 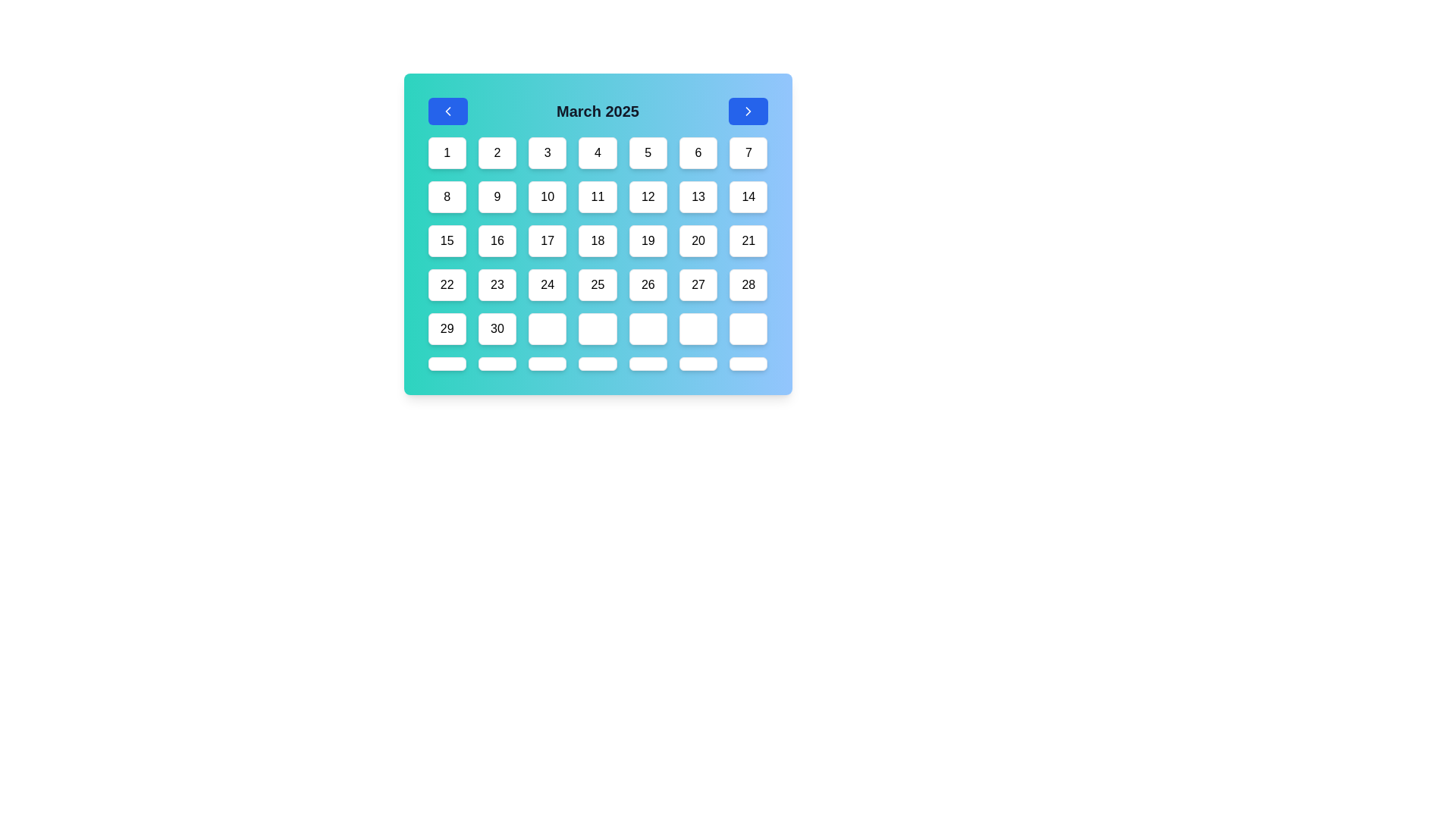 I want to click on the button representing the 25th day of the month in the calendar interface, so click(x=597, y=284).